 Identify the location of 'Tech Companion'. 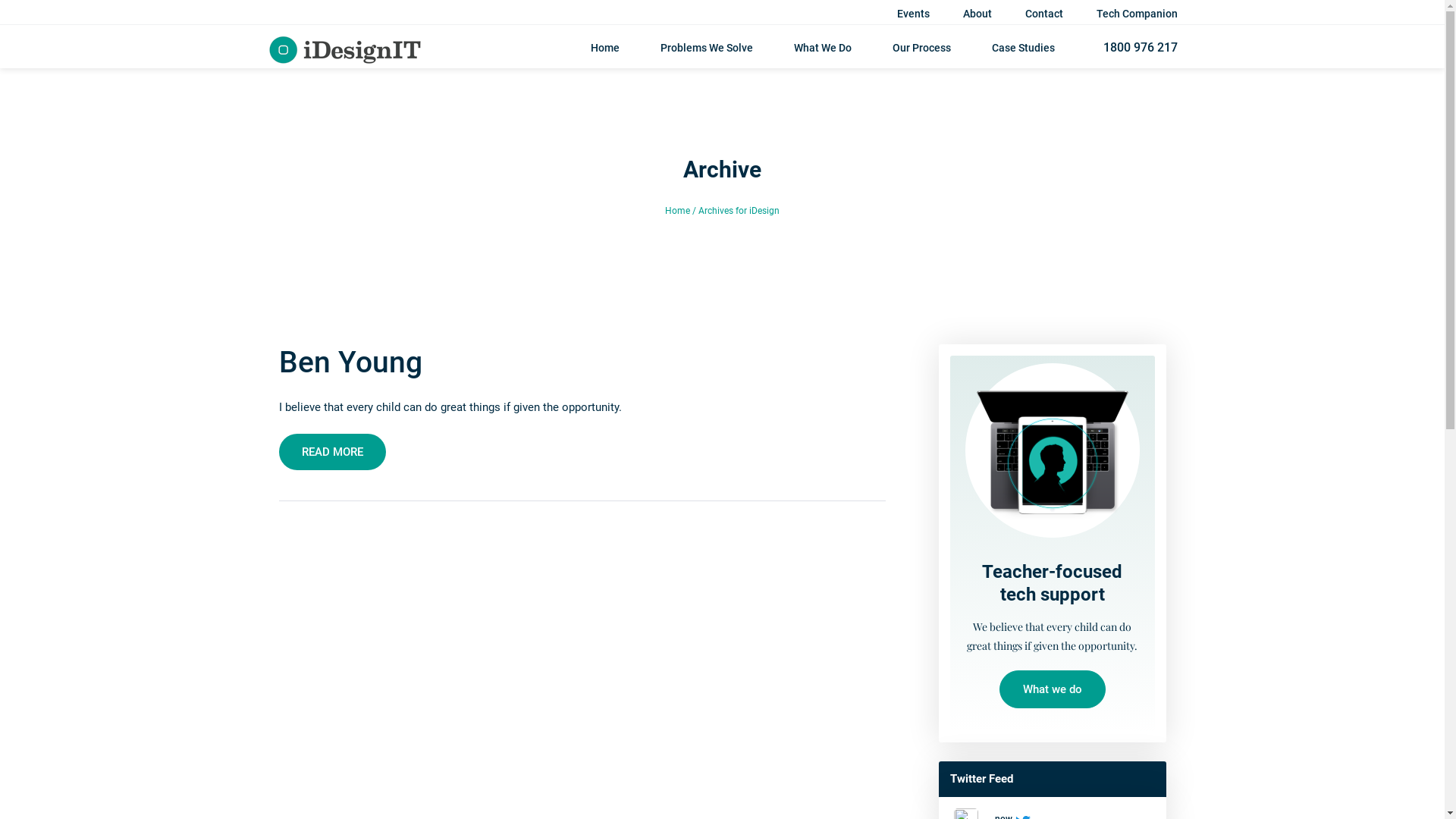
(1137, 14).